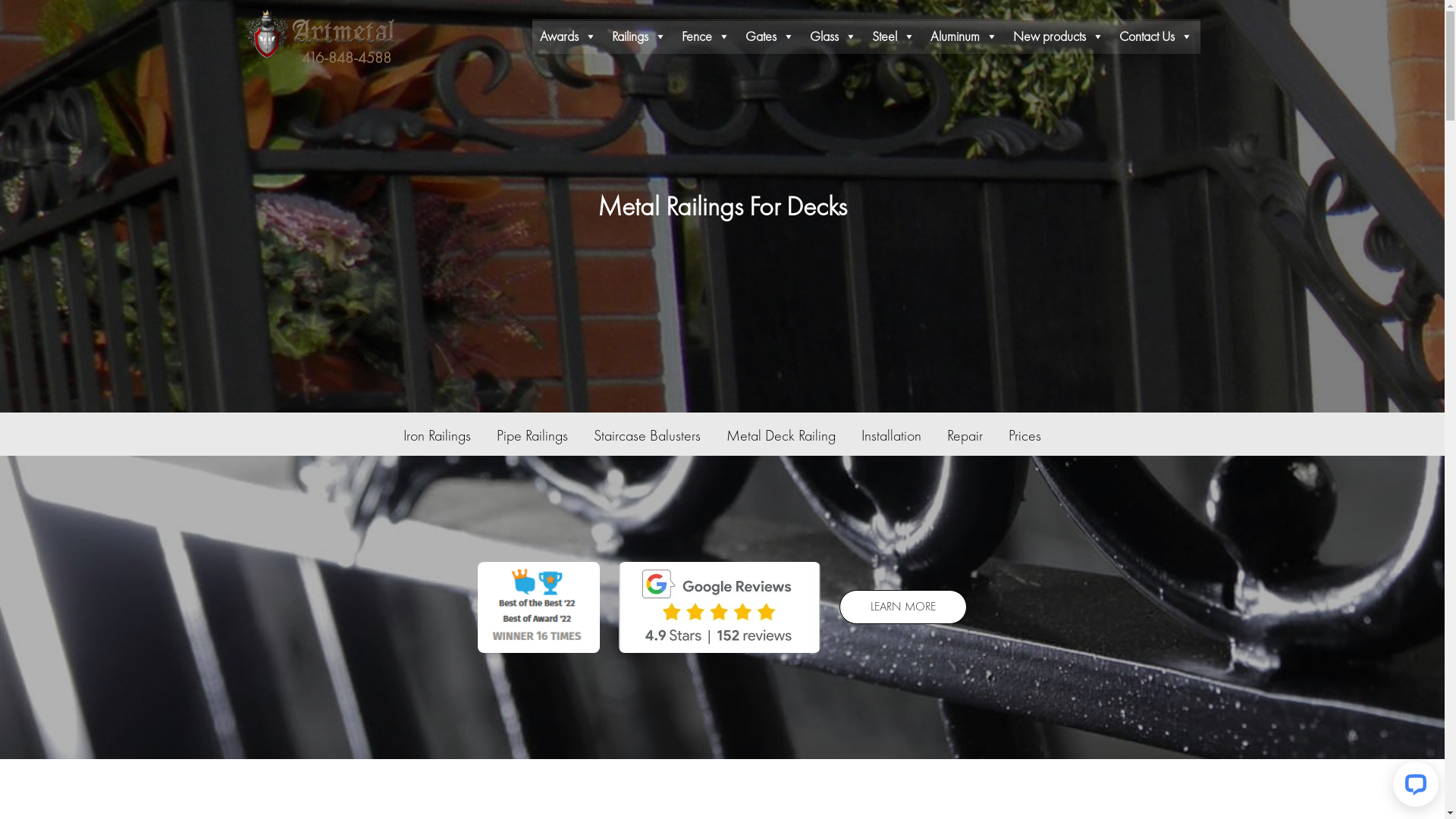 Image resolution: width=1456 pixels, height=819 pixels. What do you see at coordinates (833, 35) in the screenshot?
I see `'Glass'` at bounding box center [833, 35].